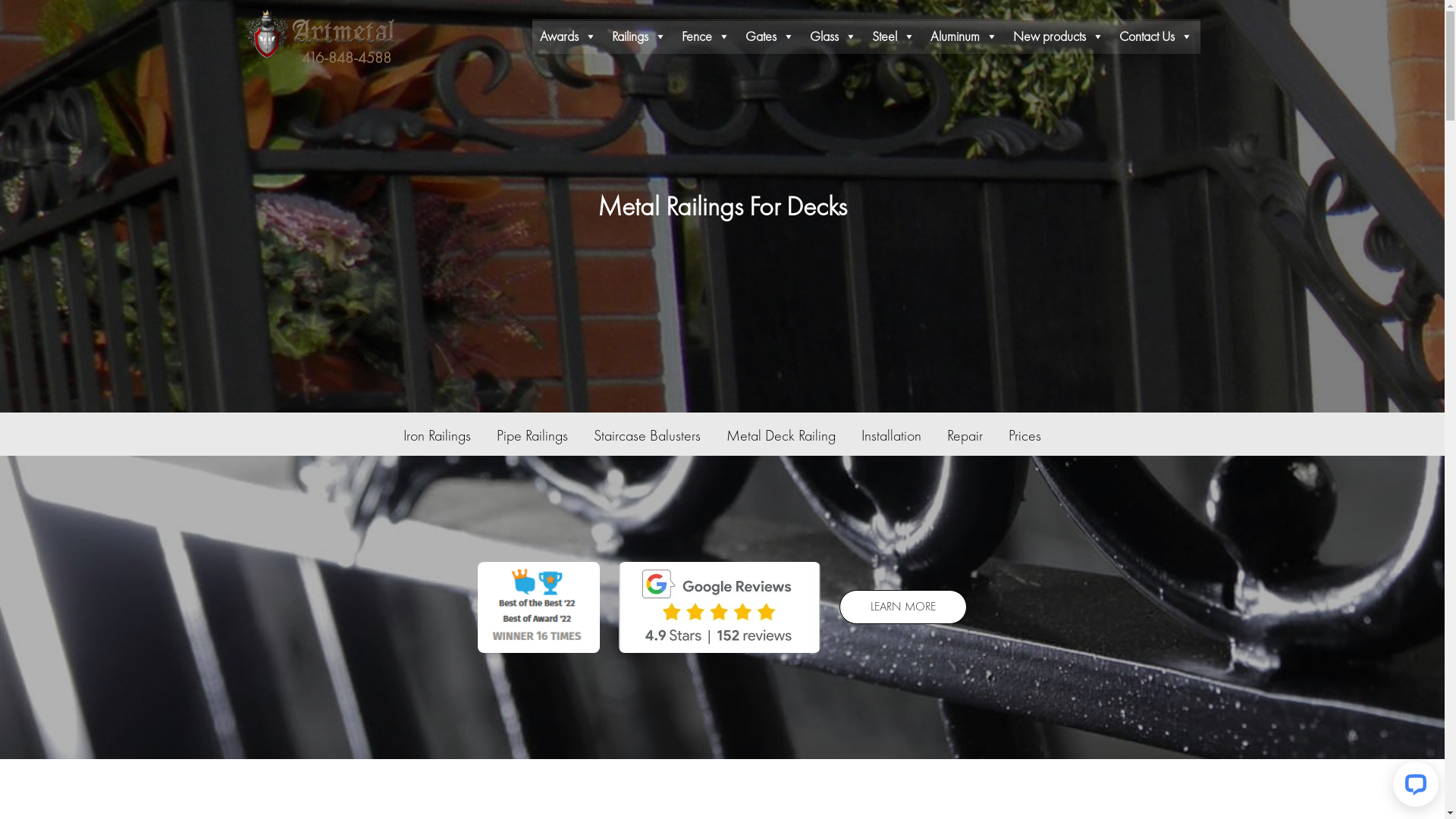 Image resolution: width=1456 pixels, height=819 pixels. What do you see at coordinates (833, 35) in the screenshot?
I see `'Glass'` at bounding box center [833, 35].